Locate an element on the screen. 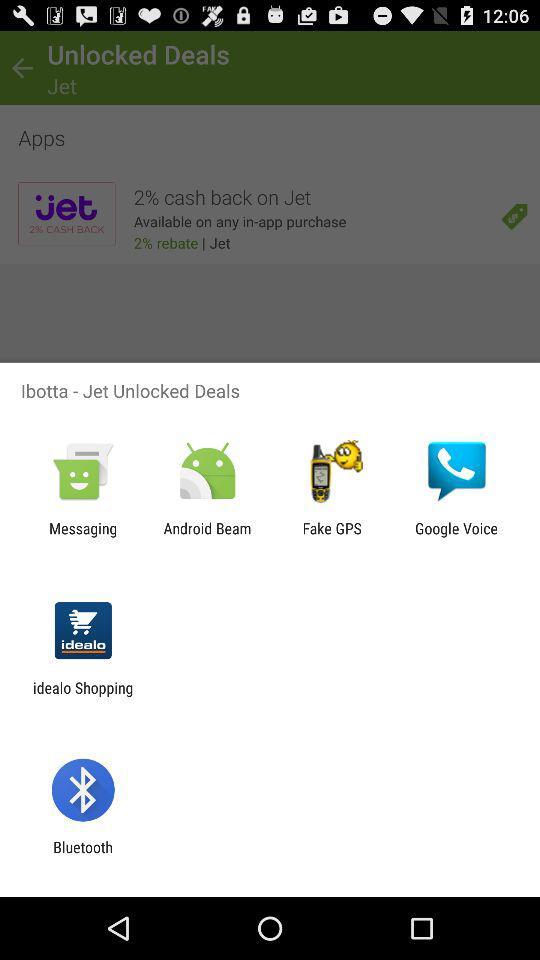 This screenshot has height=960, width=540. the item to the right of the messaging item is located at coordinates (206, 536).